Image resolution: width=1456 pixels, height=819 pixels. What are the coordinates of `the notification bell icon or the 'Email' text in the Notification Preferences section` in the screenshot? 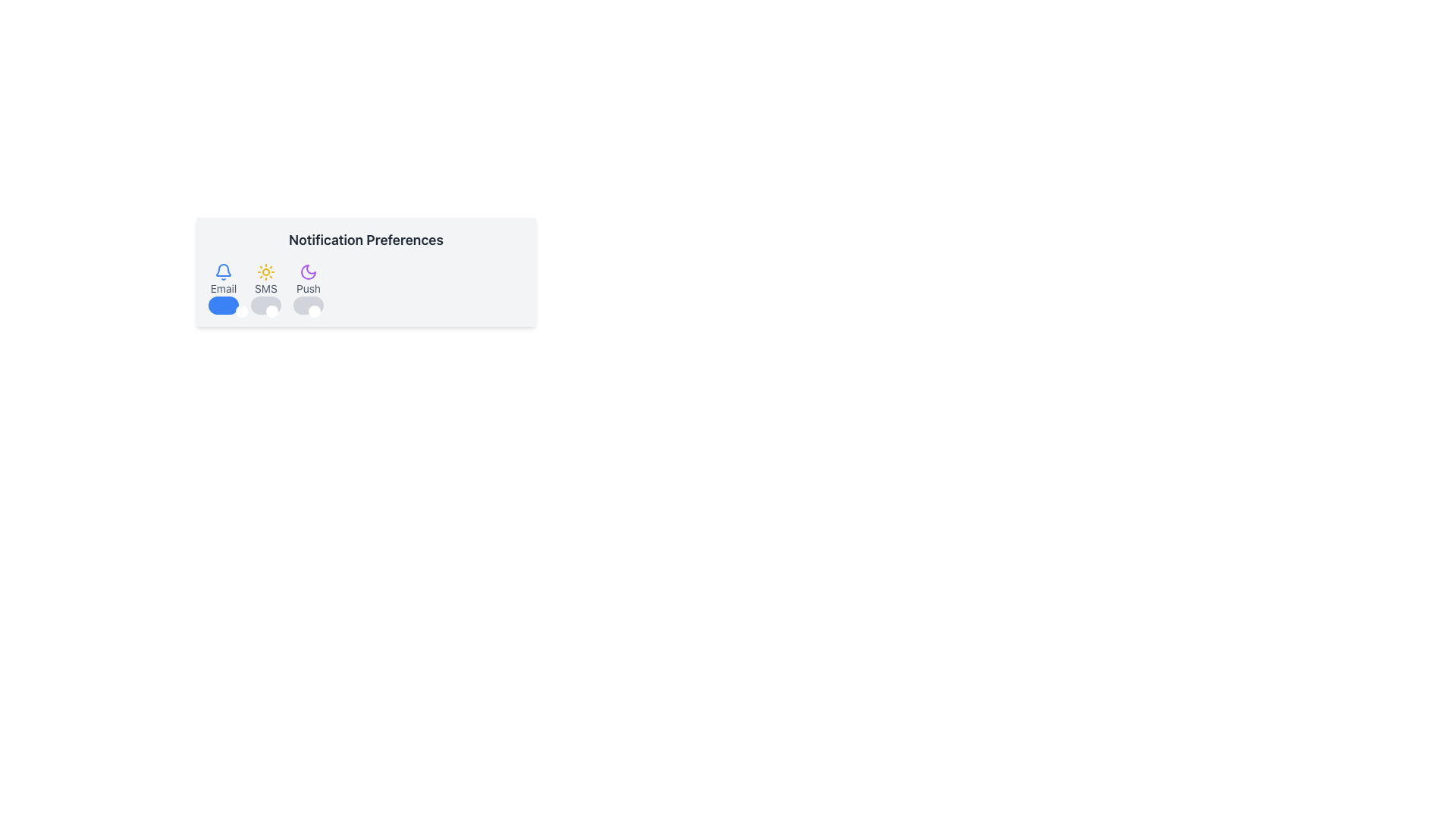 It's located at (222, 289).